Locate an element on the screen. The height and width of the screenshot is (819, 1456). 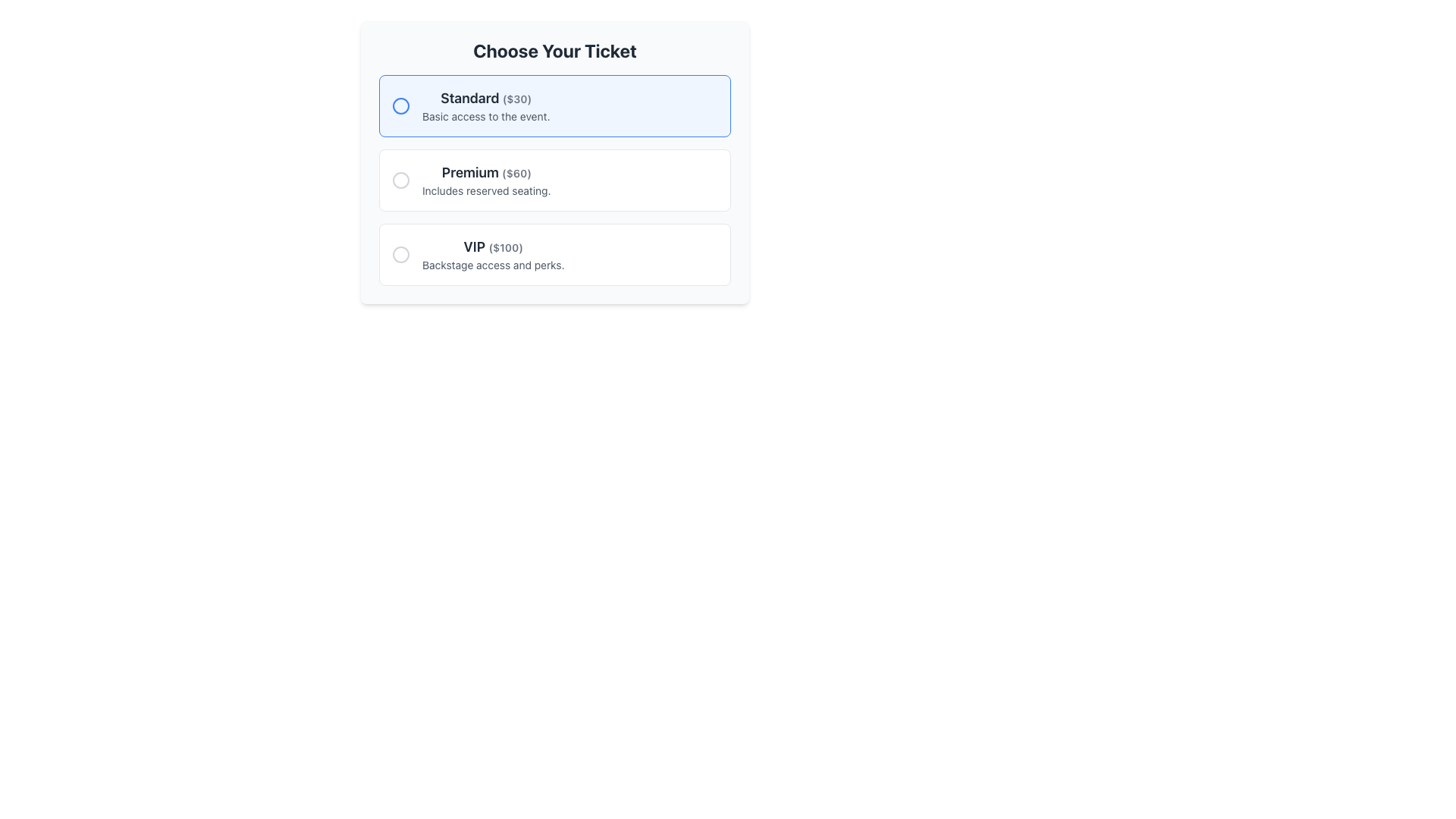
the text label that says 'Backstage access and perks.' which is located beneath the title 'VIP ($100)' in the selection card interface is located at coordinates (493, 265).